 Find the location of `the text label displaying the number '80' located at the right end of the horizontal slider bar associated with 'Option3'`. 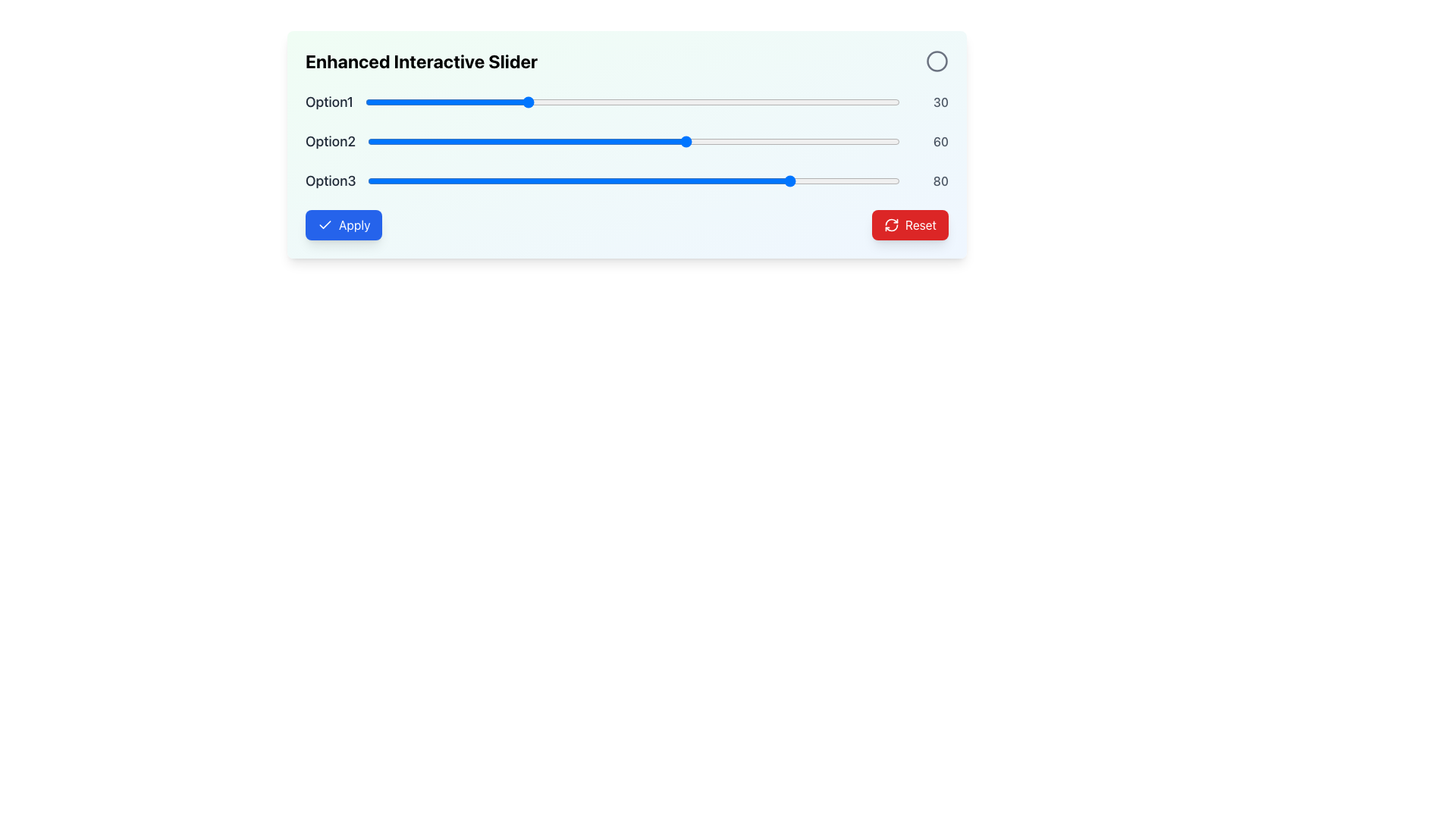

the text label displaying the number '80' located at the right end of the horizontal slider bar associated with 'Option3' is located at coordinates (930, 180).